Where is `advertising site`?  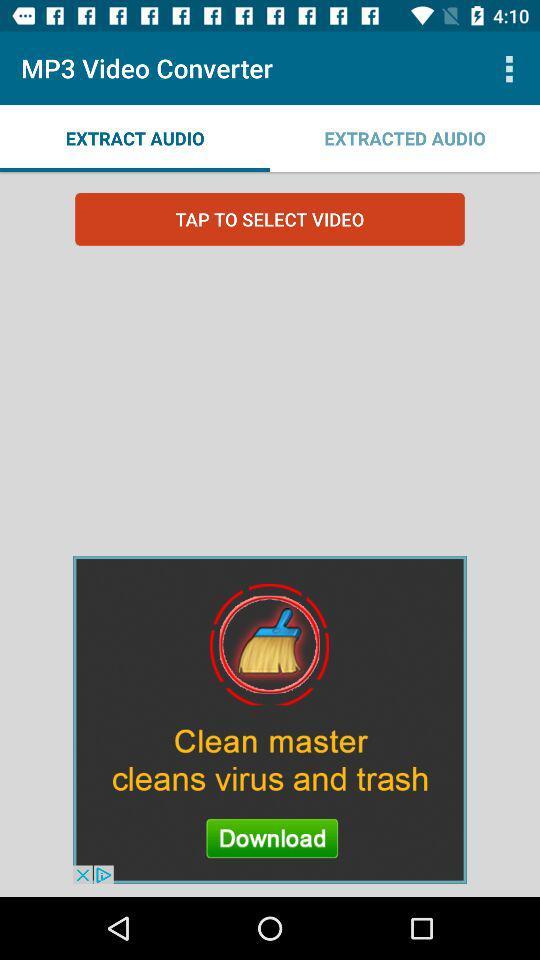
advertising site is located at coordinates (270, 719).